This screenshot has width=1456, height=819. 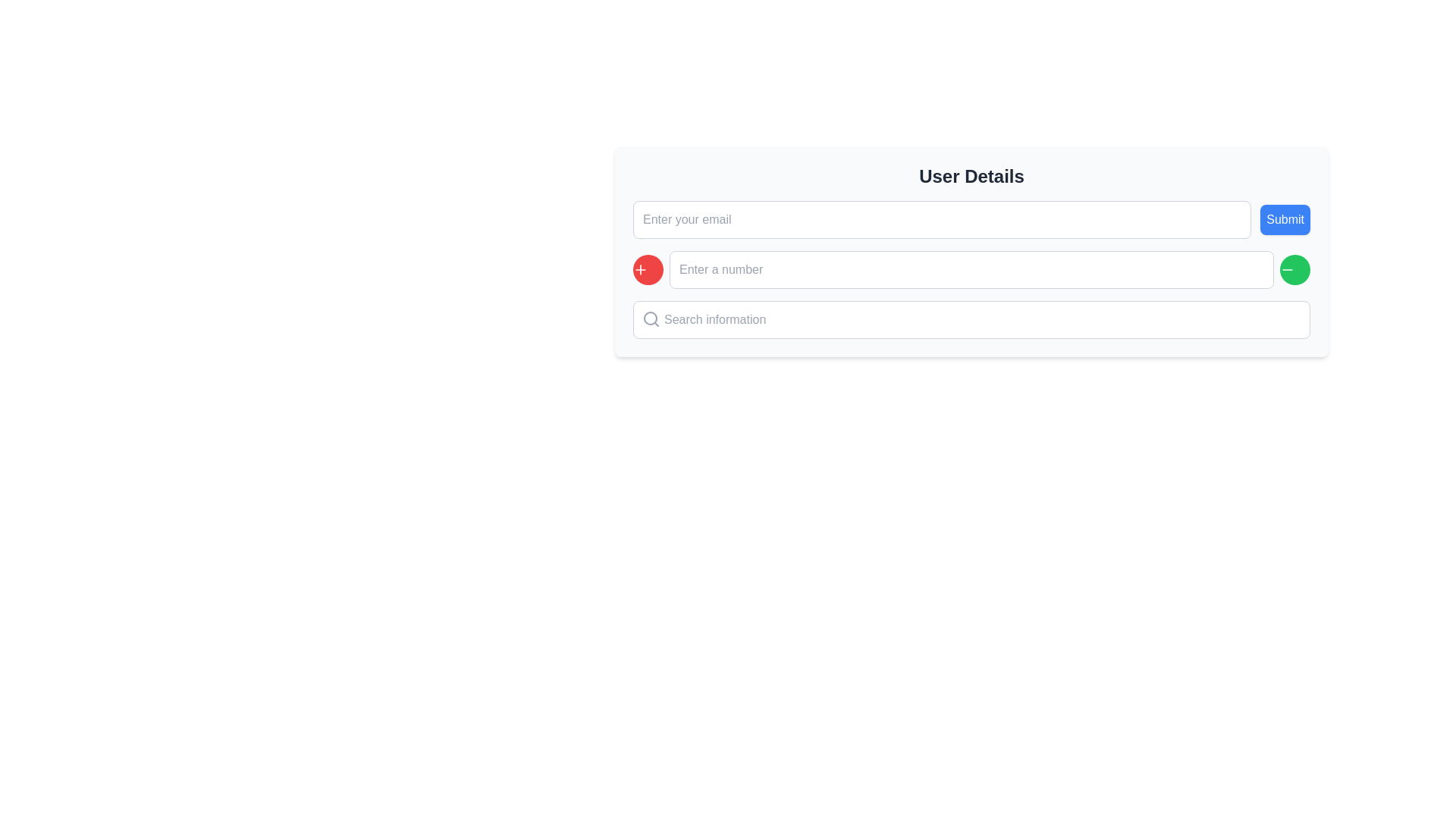 What do you see at coordinates (651, 318) in the screenshot?
I see `the circular component of the magnifying glass icon, which has a thin border and is part of the search functionality, located to the left of the 'Search information' text input field` at bounding box center [651, 318].